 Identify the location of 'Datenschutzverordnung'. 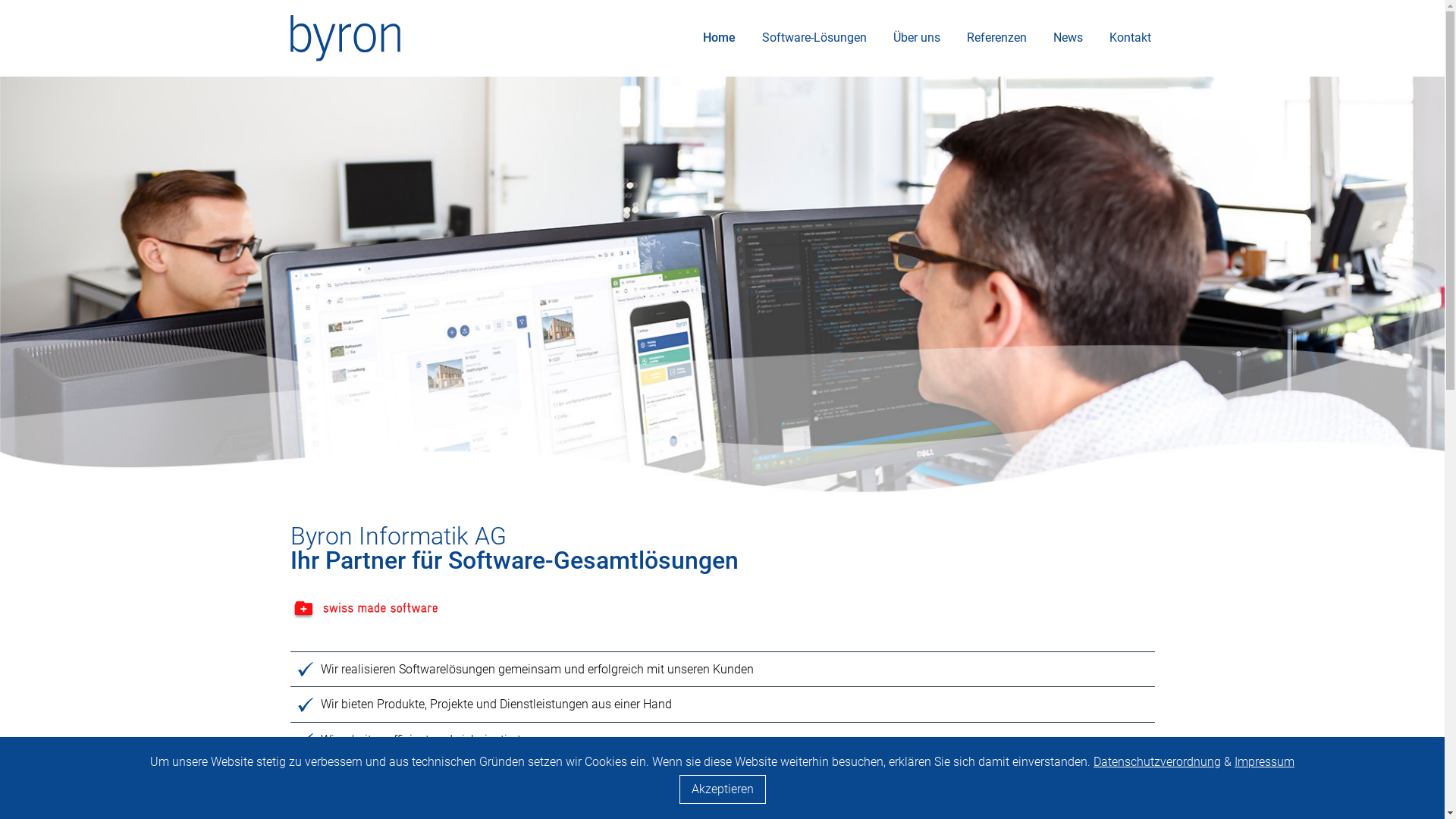
(1156, 761).